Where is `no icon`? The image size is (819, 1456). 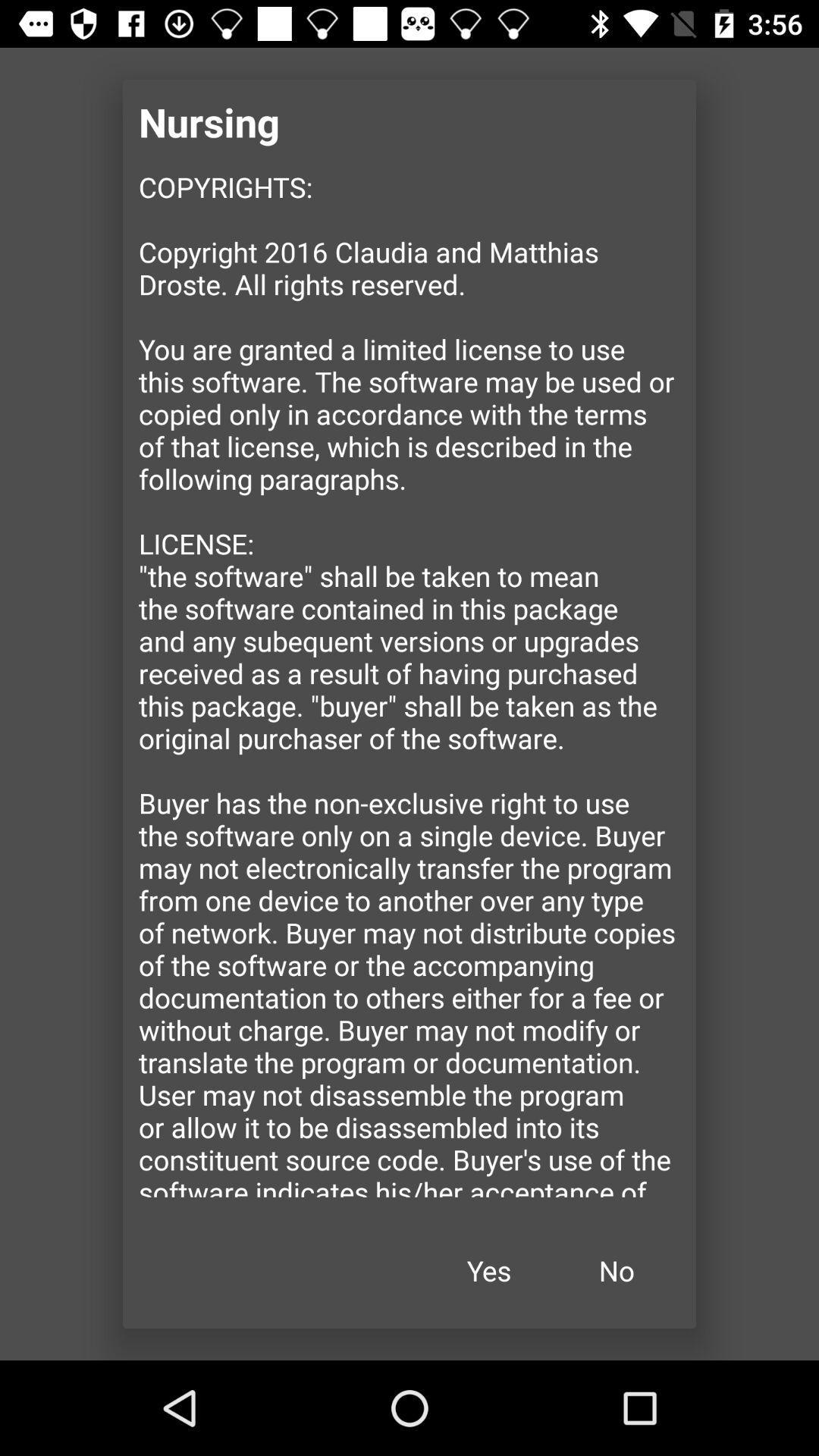
no icon is located at coordinates (617, 1270).